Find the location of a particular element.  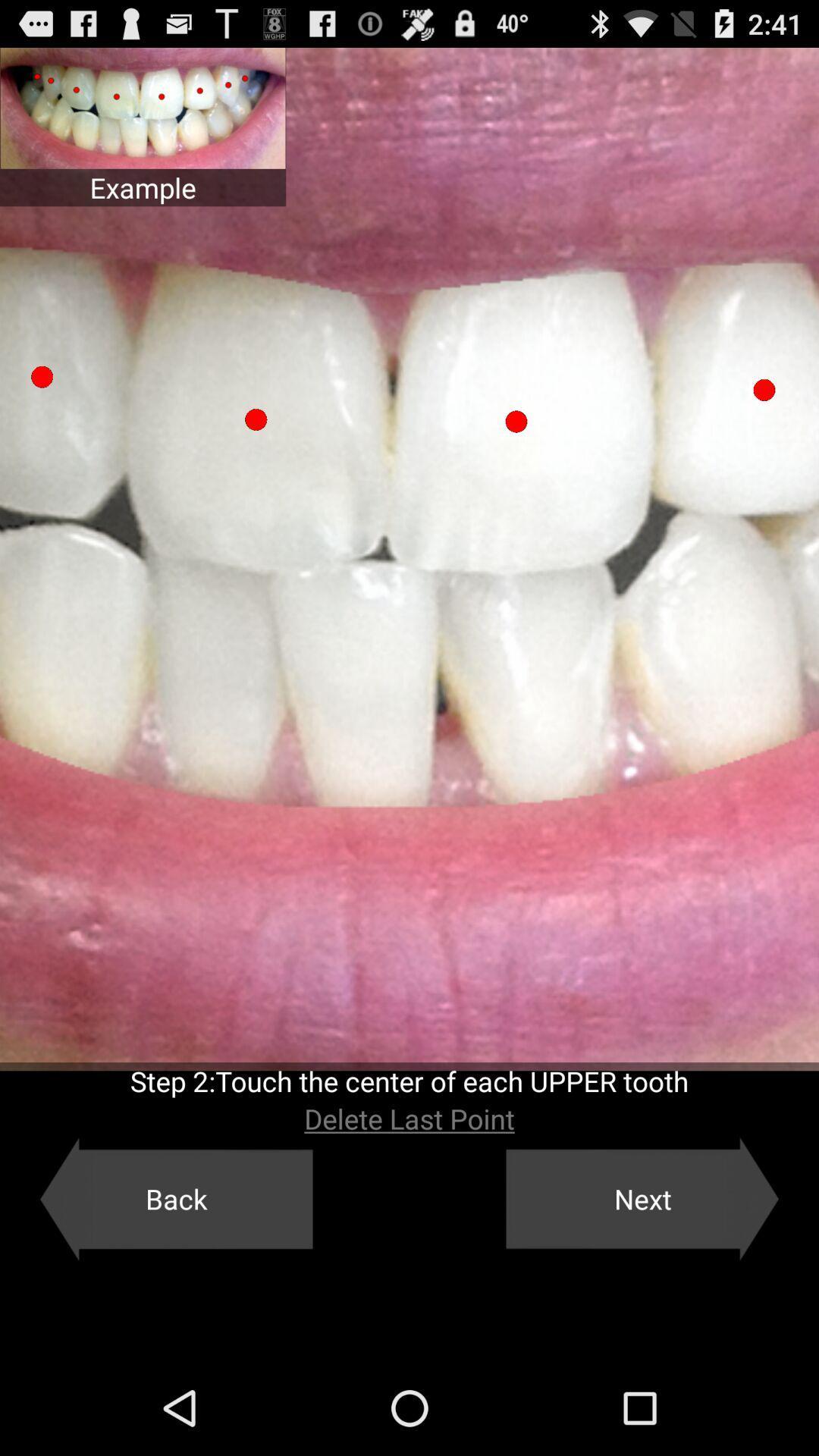

next button is located at coordinates (642, 1198).